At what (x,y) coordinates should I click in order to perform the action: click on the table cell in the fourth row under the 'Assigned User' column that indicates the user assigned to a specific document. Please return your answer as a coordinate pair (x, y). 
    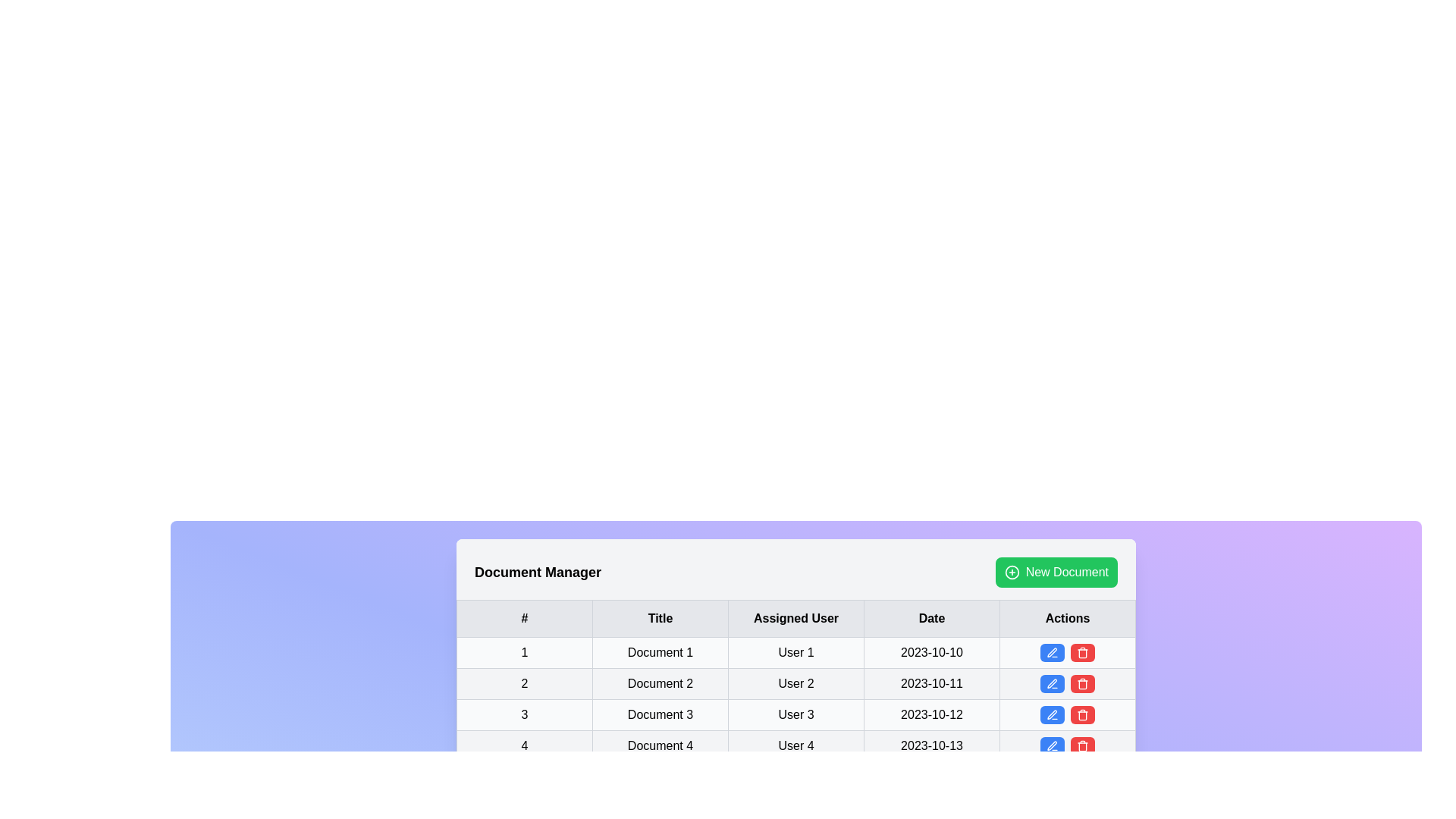
    Looking at the image, I should click on (795, 745).